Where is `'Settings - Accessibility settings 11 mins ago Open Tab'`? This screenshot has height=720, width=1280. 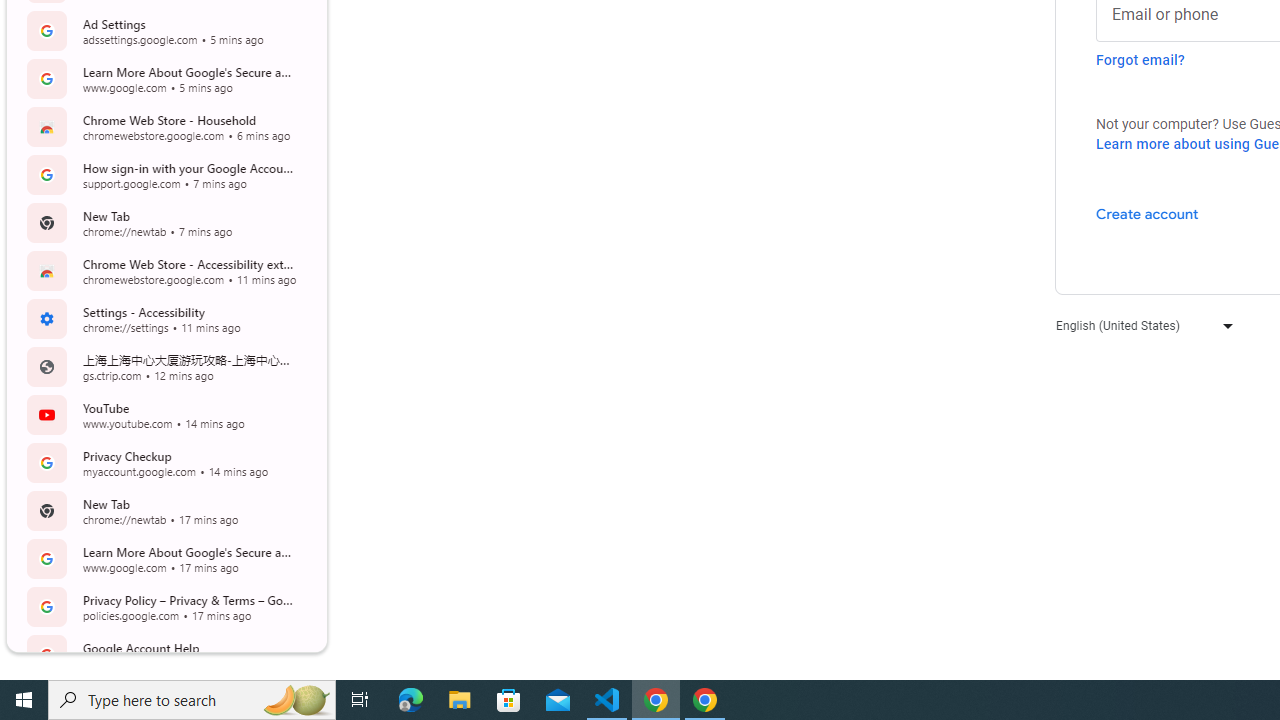 'Settings - Accessibility settings 11 mins ago Open Tab' is located at coordinates (164, 317).